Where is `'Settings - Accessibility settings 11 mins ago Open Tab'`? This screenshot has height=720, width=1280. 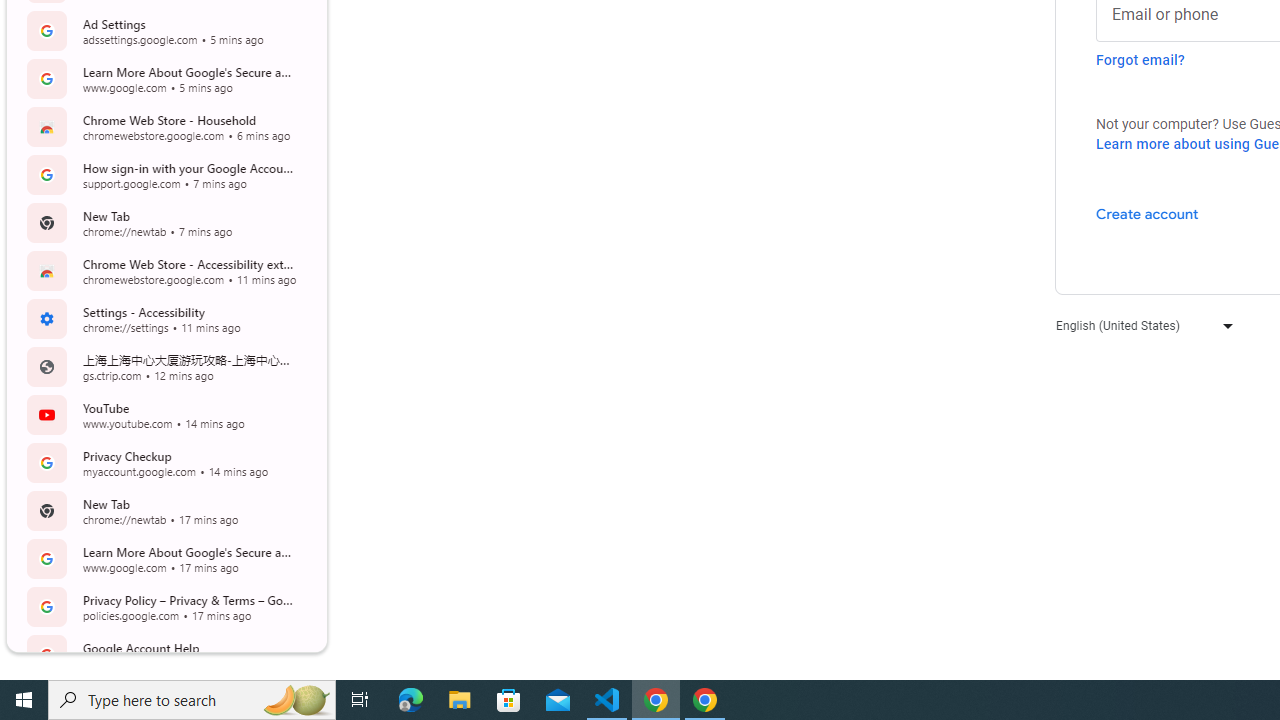 'Settings - Accessibility settings 11 mins ago Open Tab' is located at coordinates (164, 317).